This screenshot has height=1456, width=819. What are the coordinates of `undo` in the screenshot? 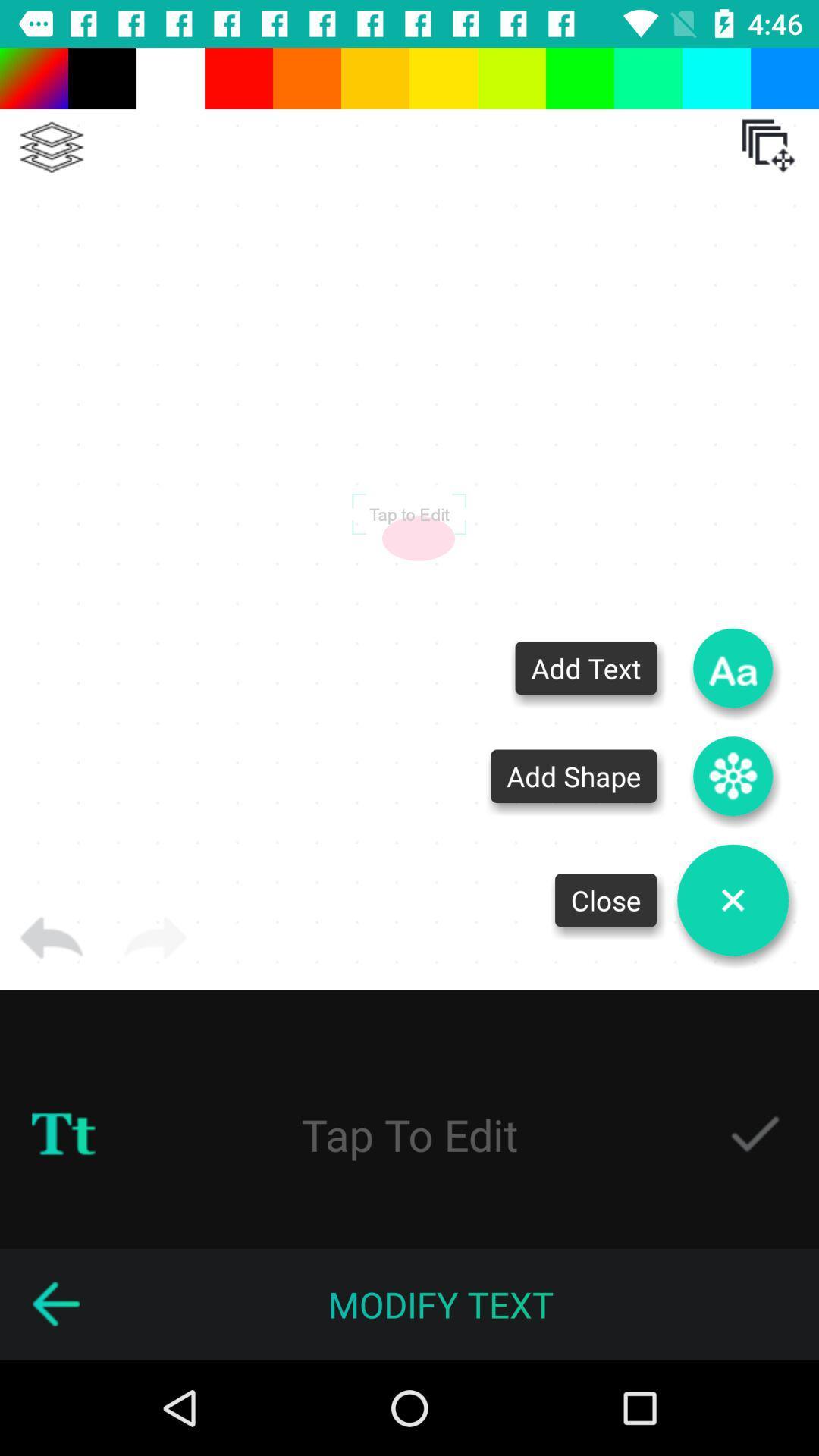 It's located at (51, 937).